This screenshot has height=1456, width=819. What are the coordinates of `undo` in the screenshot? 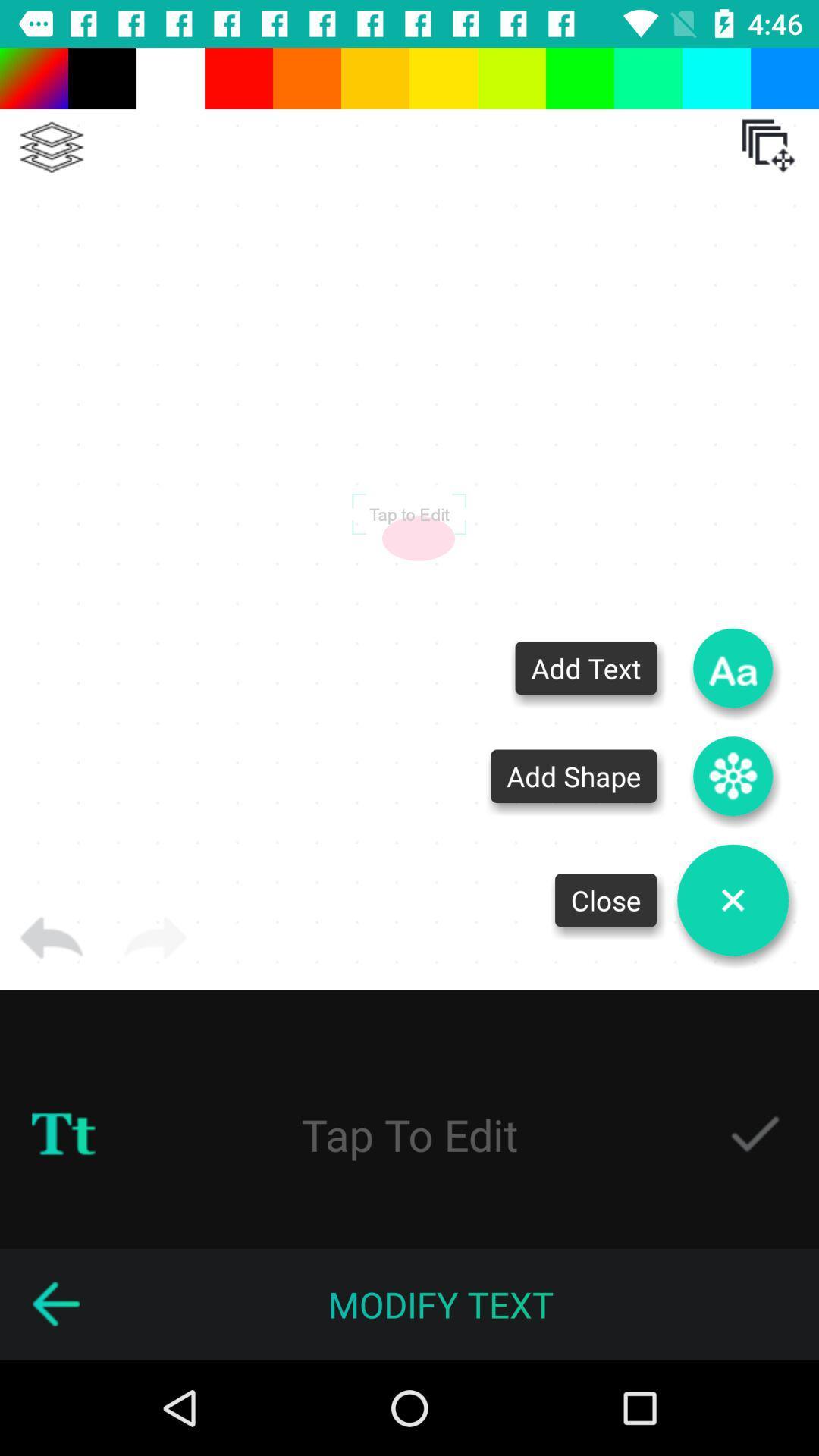 It's located at (51, 937).